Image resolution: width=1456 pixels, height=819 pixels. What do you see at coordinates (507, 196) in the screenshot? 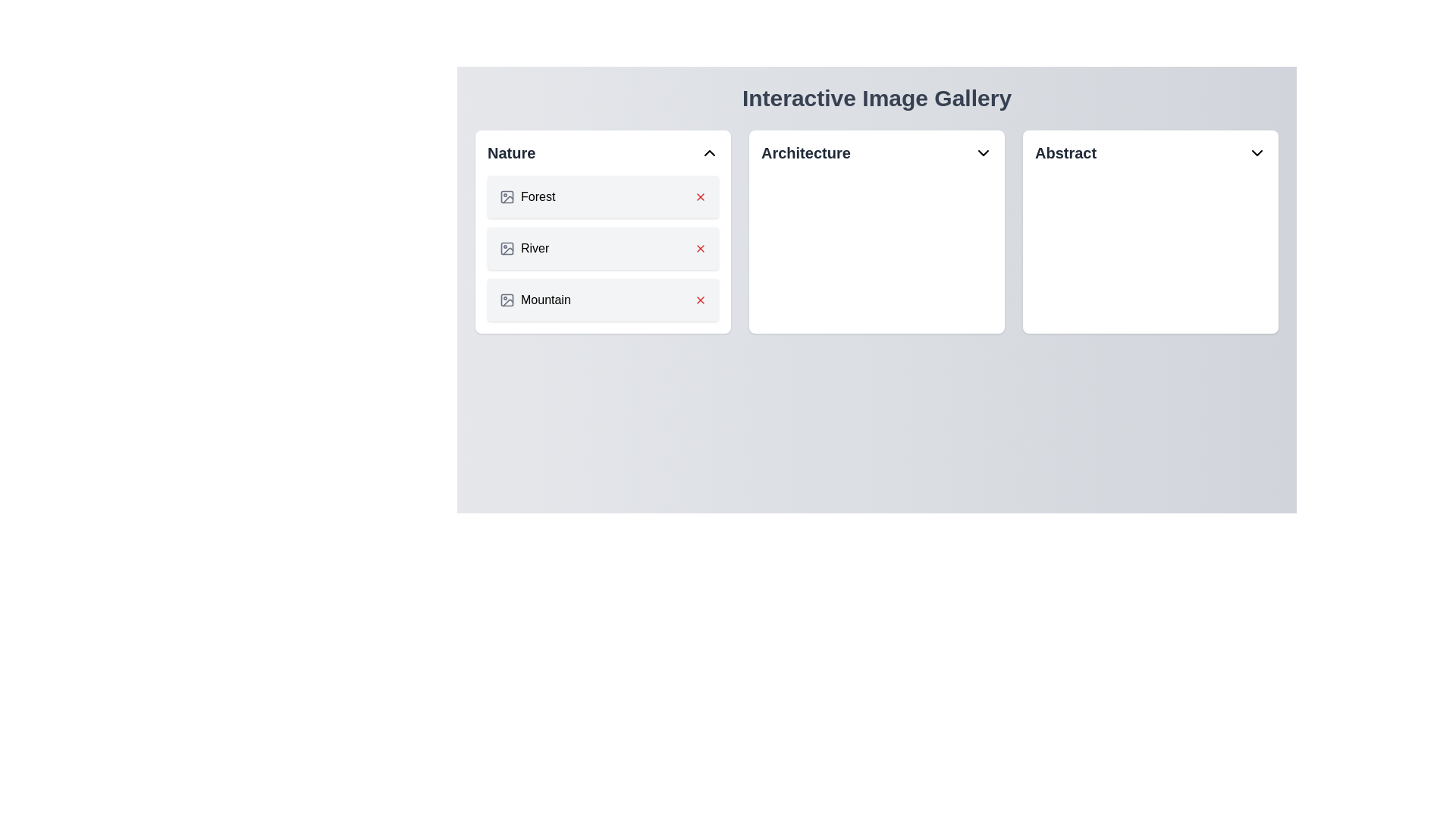
I see `icon representing the 'Forest' category, which is positioned to the left of the 'Forest' label in the Nature section of the UI` at bounding box center [507, 196].